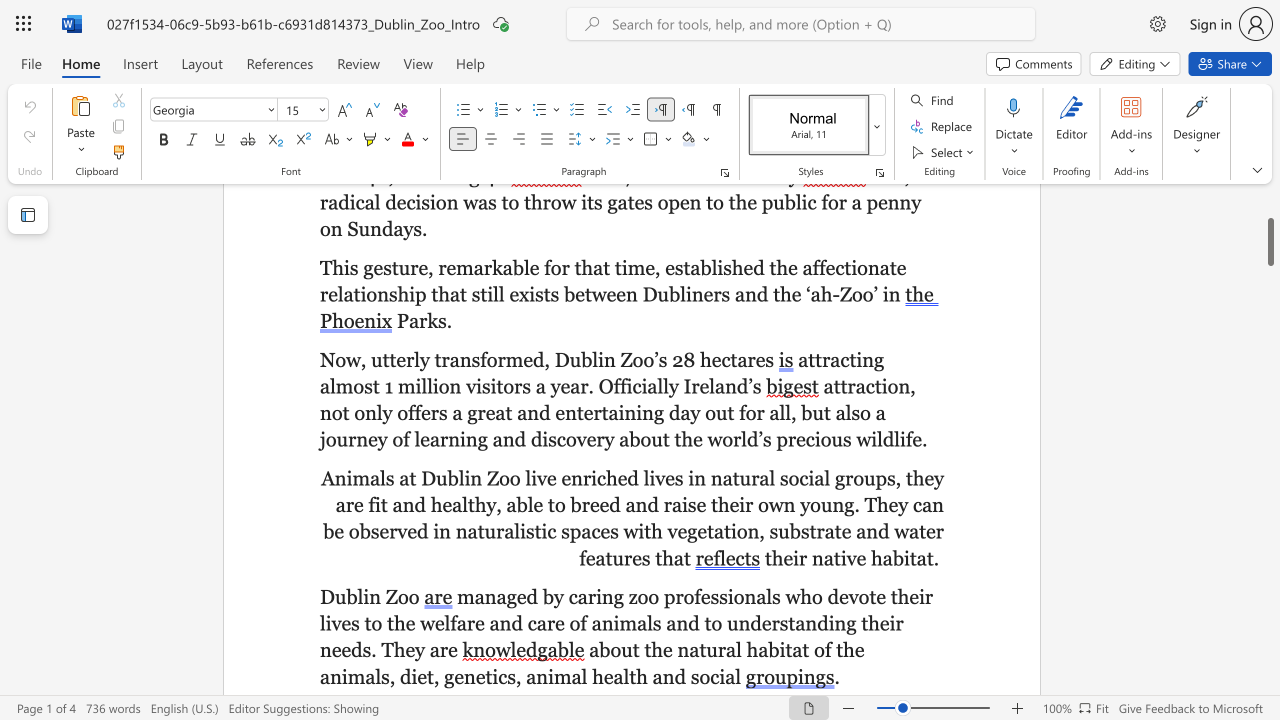 Image resolution: width=1280 pixels, height=720 pixels. I want to click on the subset text "h vegetation, substrate a" within the text "in naturalistic spaces with vegetation, substrate and water features that", so click(651, 530).